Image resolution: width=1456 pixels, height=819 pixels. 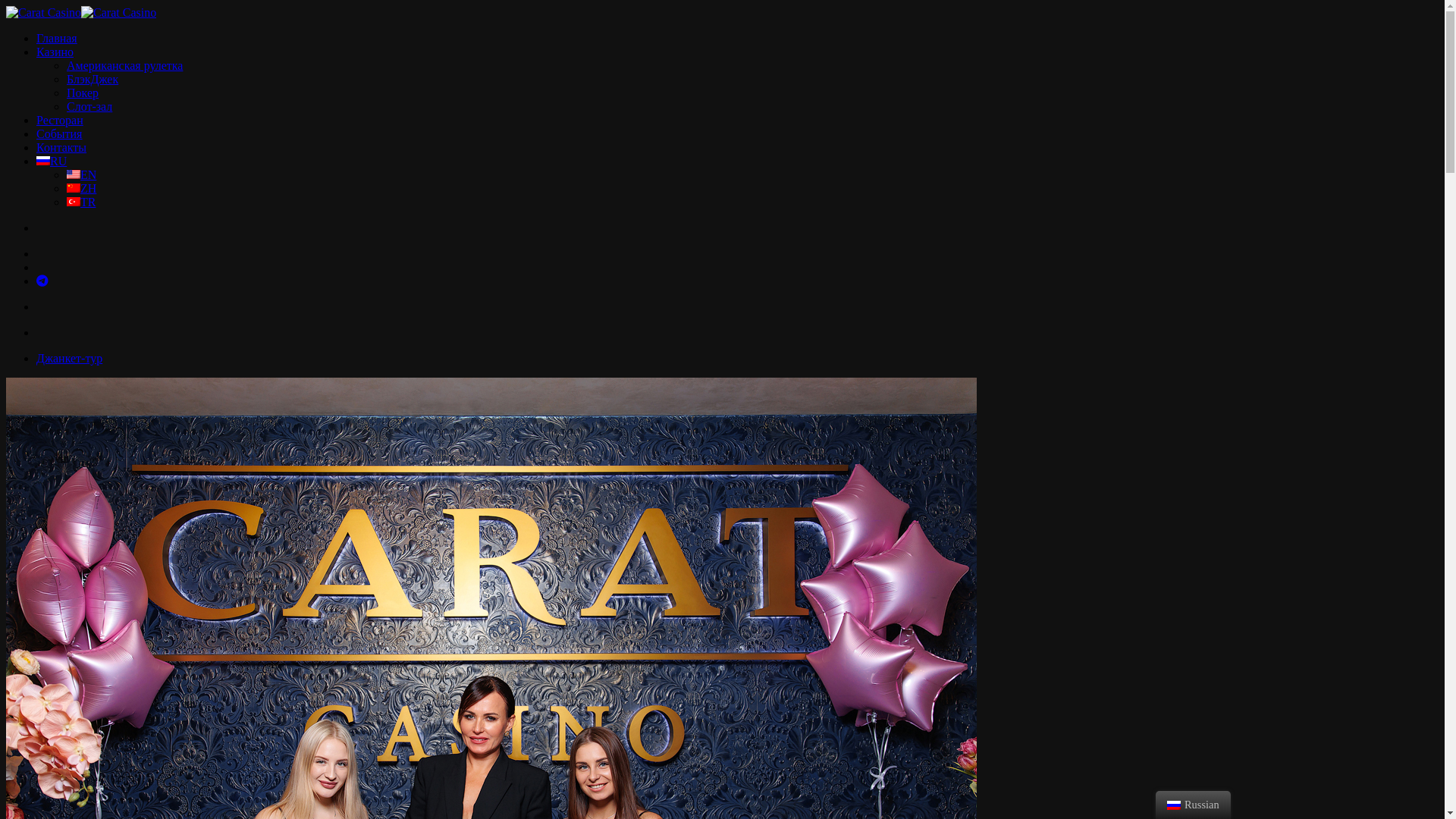 What do you see at coordinates (72, 187) in the screenshot?
I see `'Chinese'` at bounding box center [72, 187].